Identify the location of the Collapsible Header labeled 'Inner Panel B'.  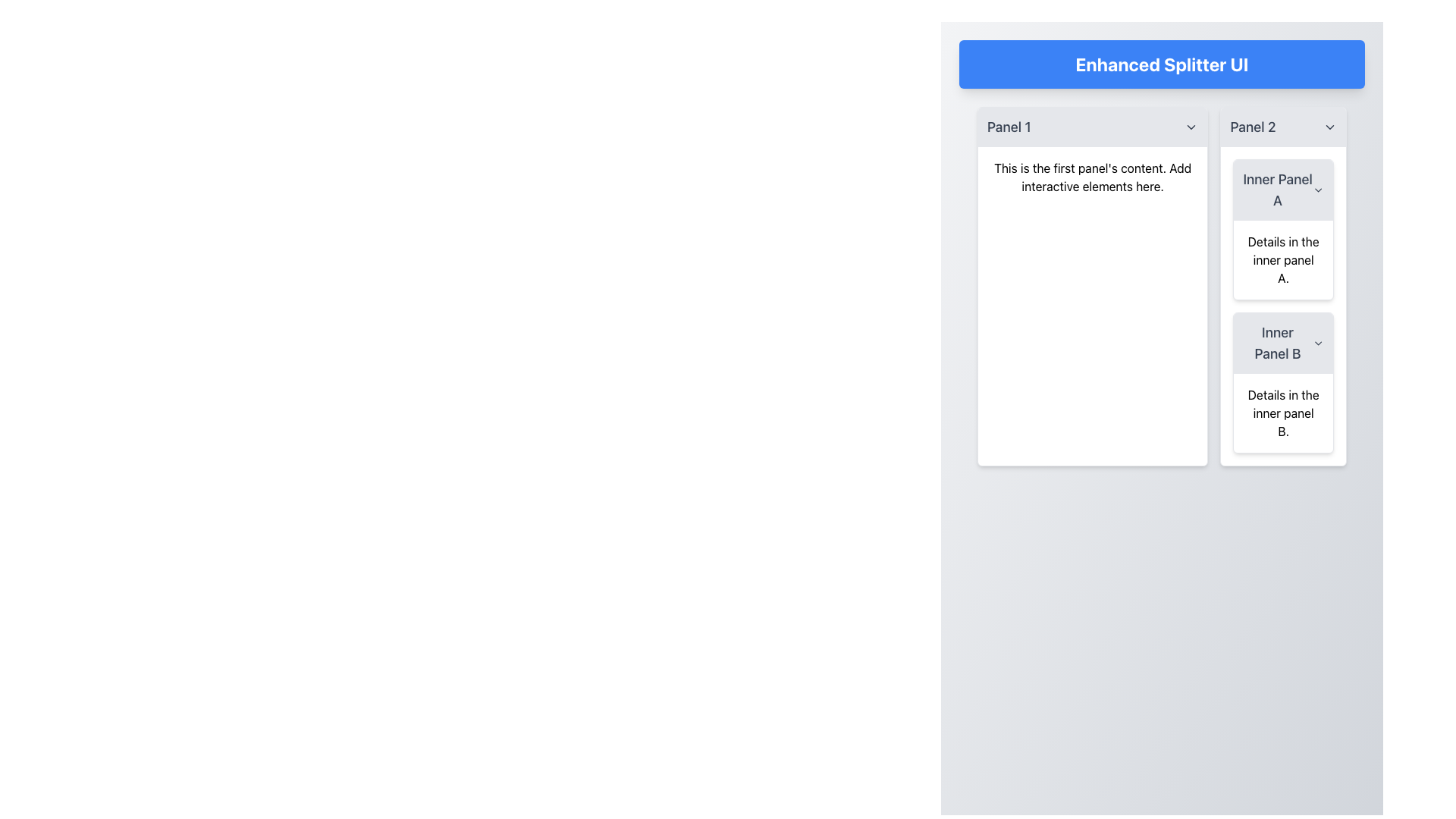
(1282, 343).